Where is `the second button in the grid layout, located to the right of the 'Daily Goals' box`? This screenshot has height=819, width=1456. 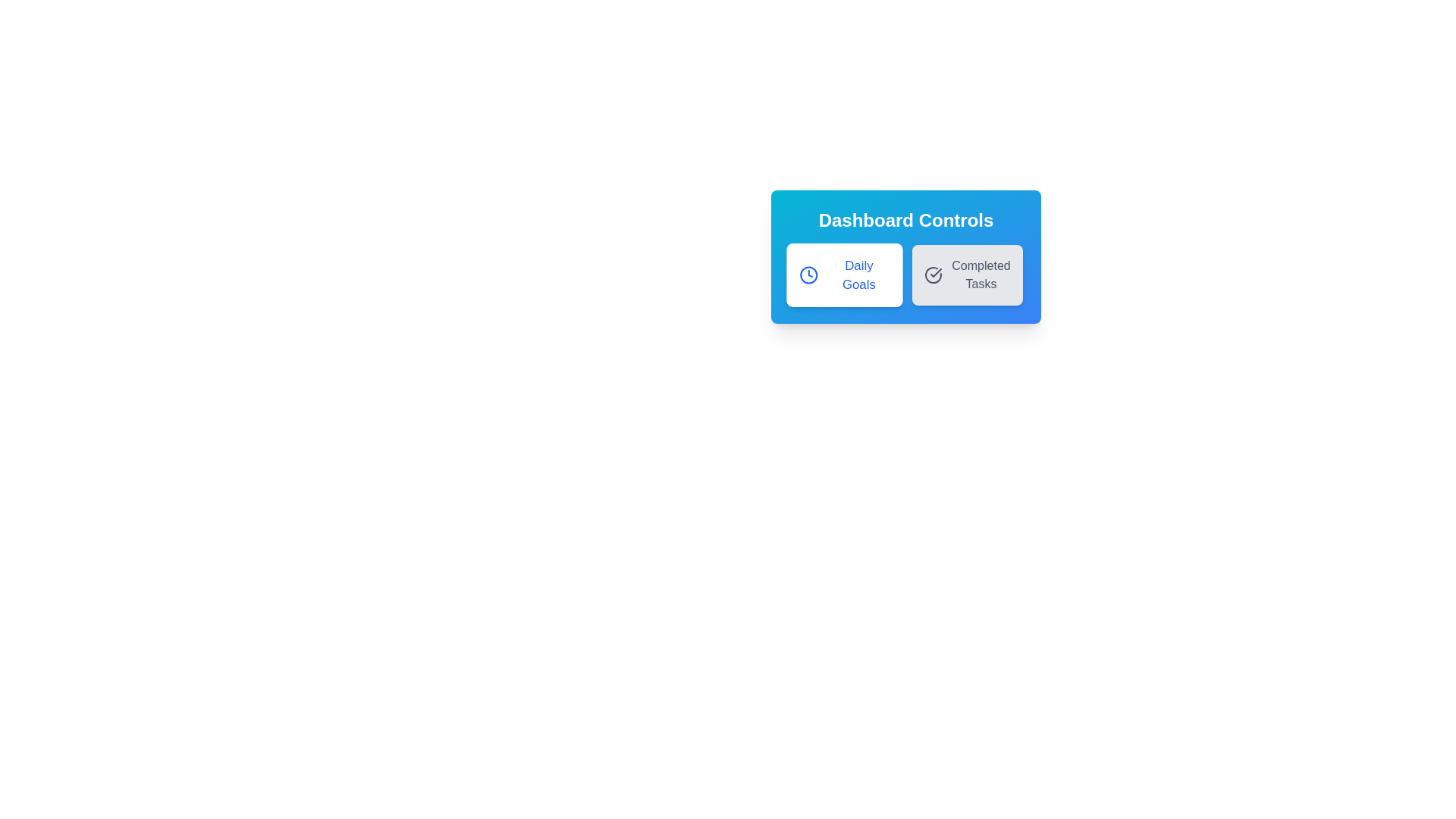 the second button in the grid layout, located to the right of the 'Daily Goals' box is located at coordinates (967, 275).